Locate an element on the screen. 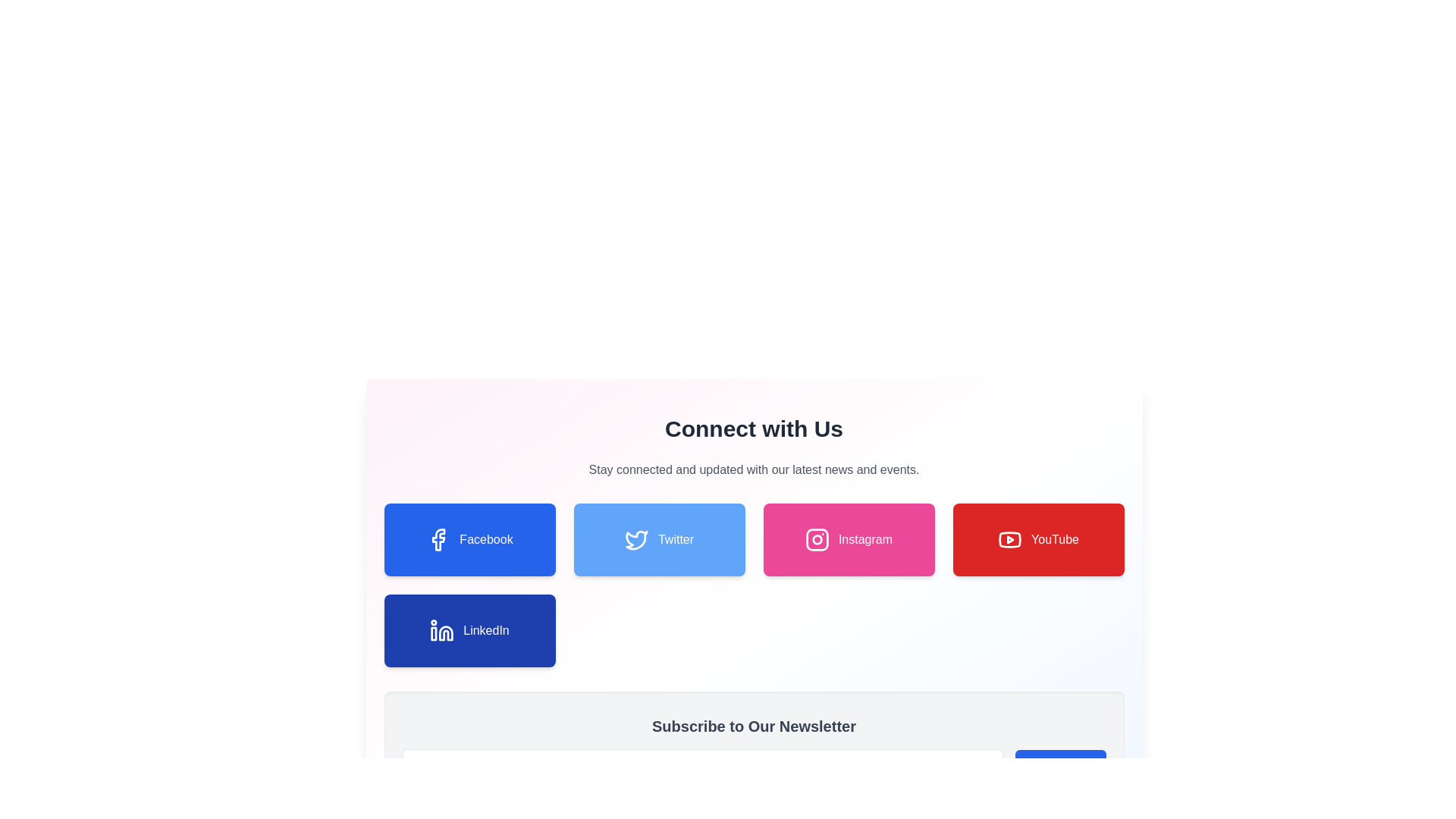 This screenshot has width=1456, height=819. the SVG area representing the Facebook logo in the first column of the social media buttons section is located at coordinates (438, 539).